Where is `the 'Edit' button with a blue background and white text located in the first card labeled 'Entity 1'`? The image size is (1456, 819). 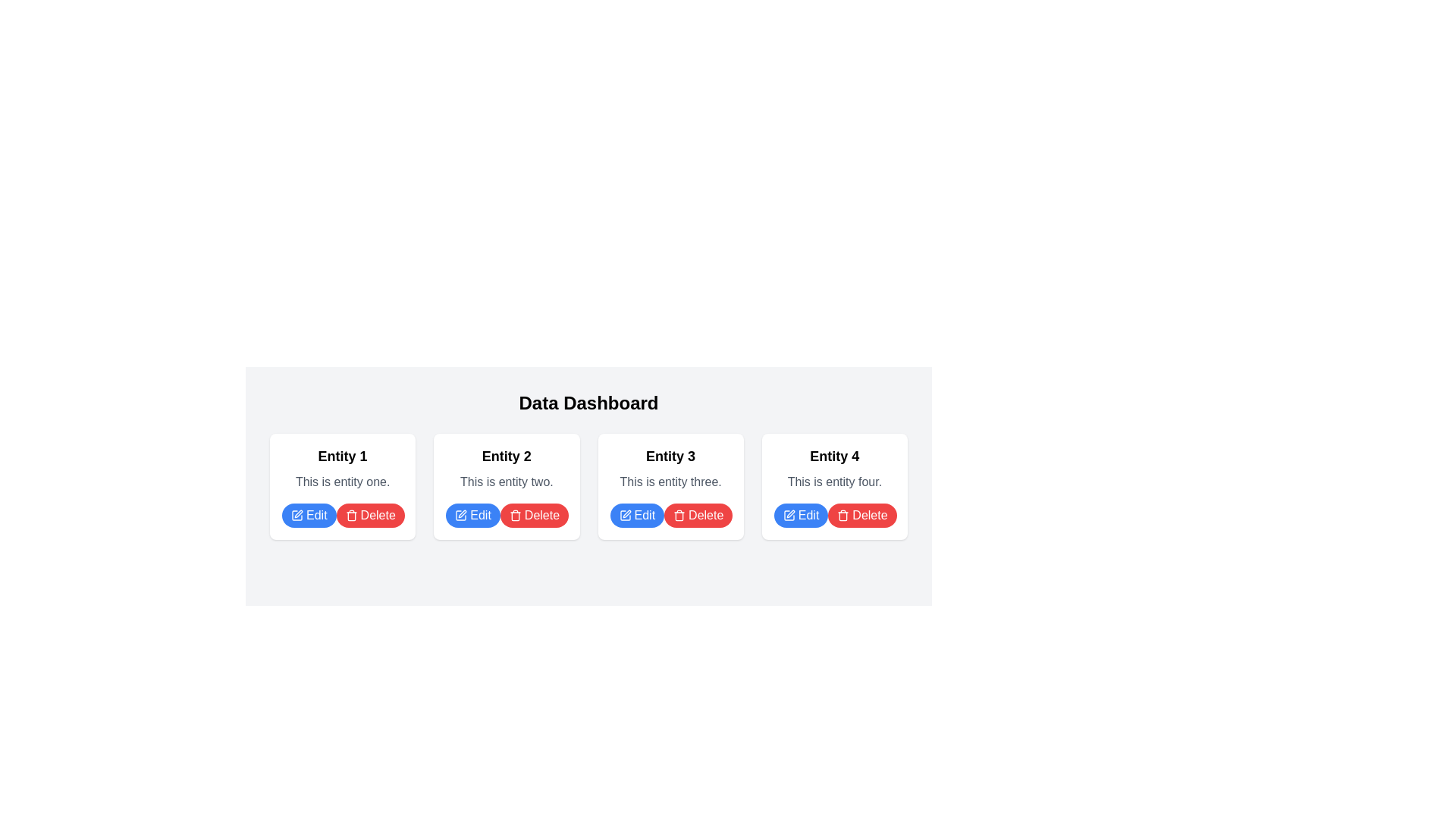
the 'Edit' button with a blue background and white text located in the first card labeled 'Entity 1' is located at coordinates (308, 514).